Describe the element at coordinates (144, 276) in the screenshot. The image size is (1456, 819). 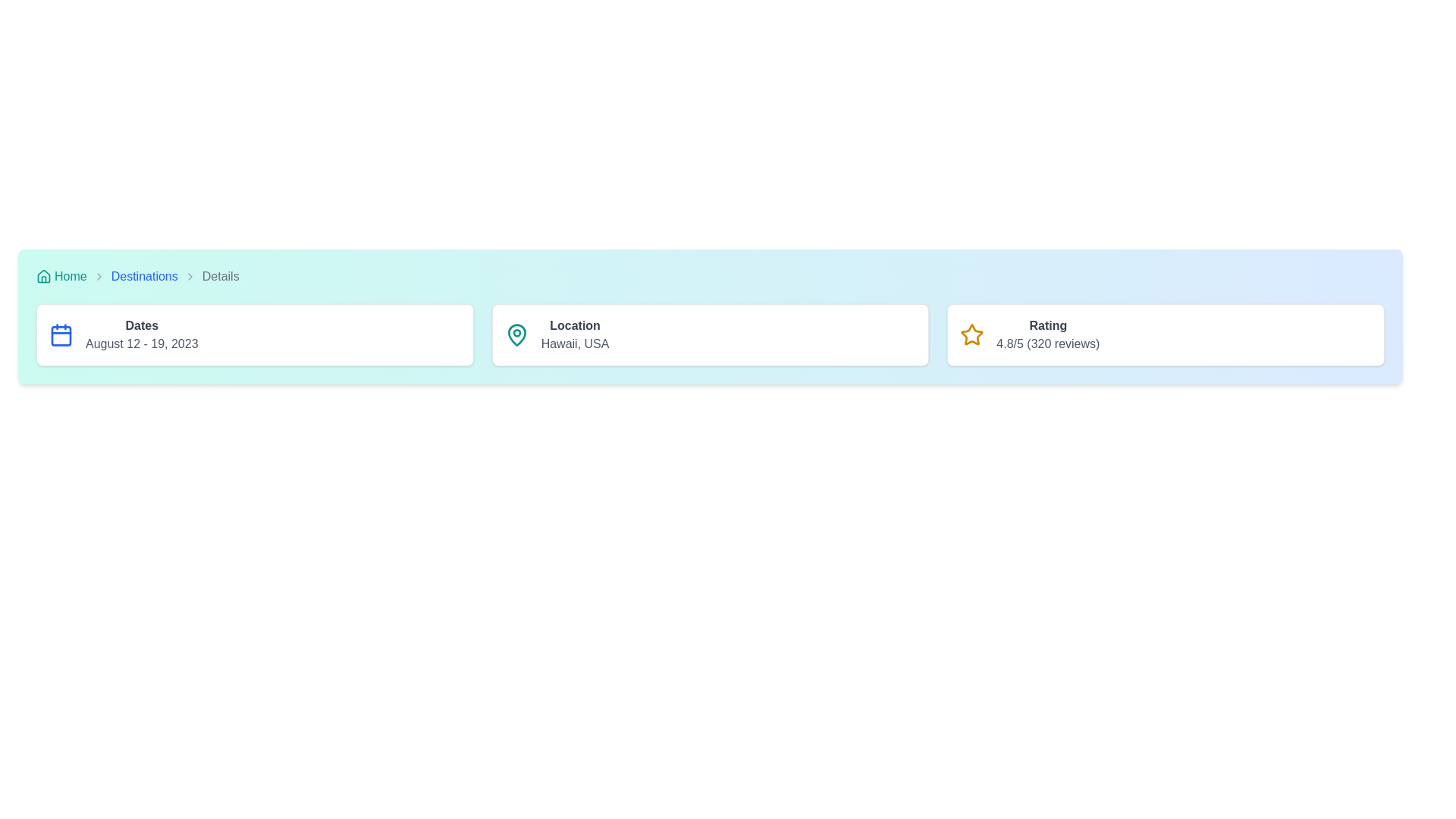
I see `the clickable text link` at that location.